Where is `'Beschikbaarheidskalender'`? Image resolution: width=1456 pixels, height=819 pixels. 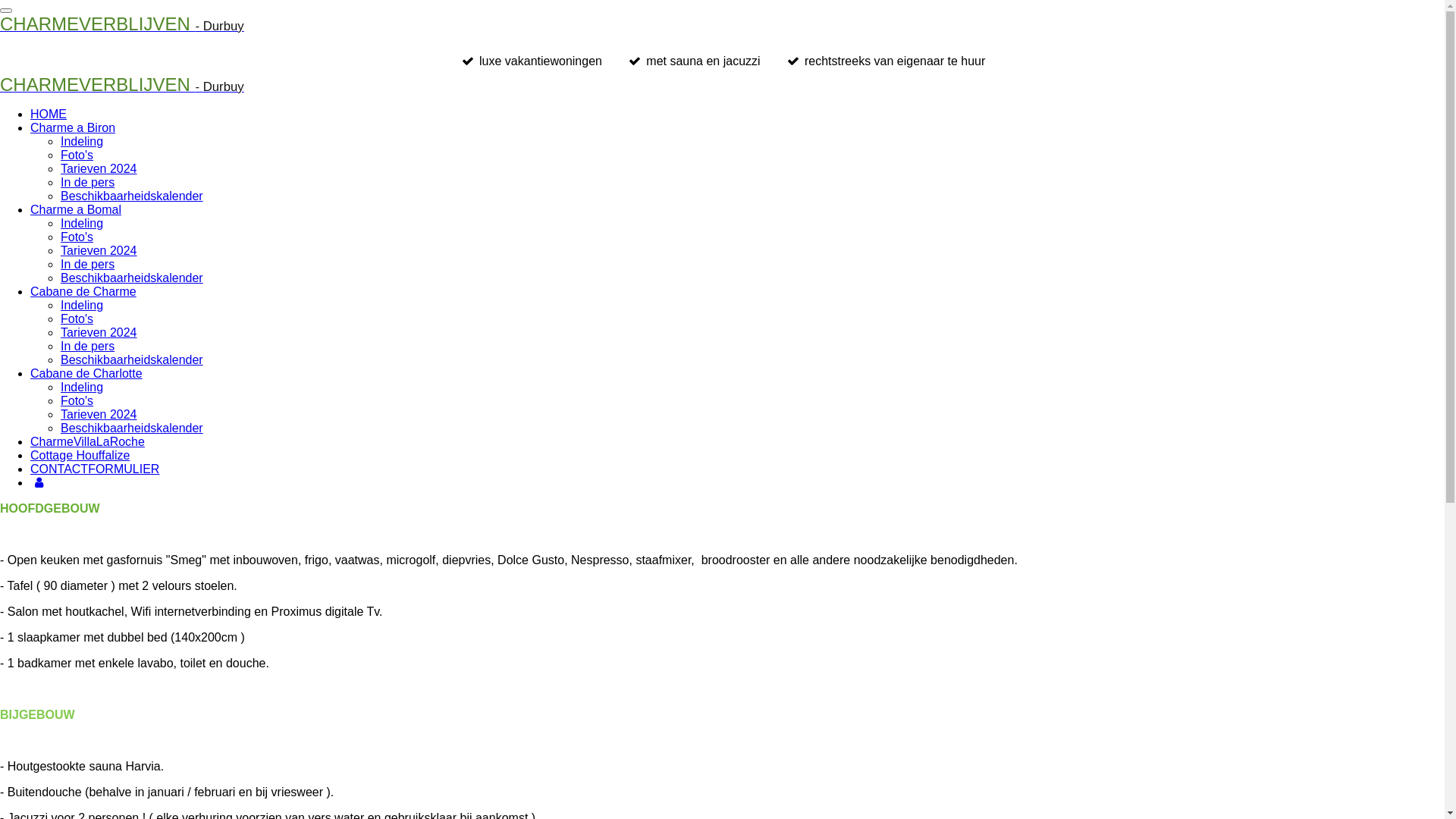
'Beschikbaarheidskalender' is located at coordinates (131, 278).